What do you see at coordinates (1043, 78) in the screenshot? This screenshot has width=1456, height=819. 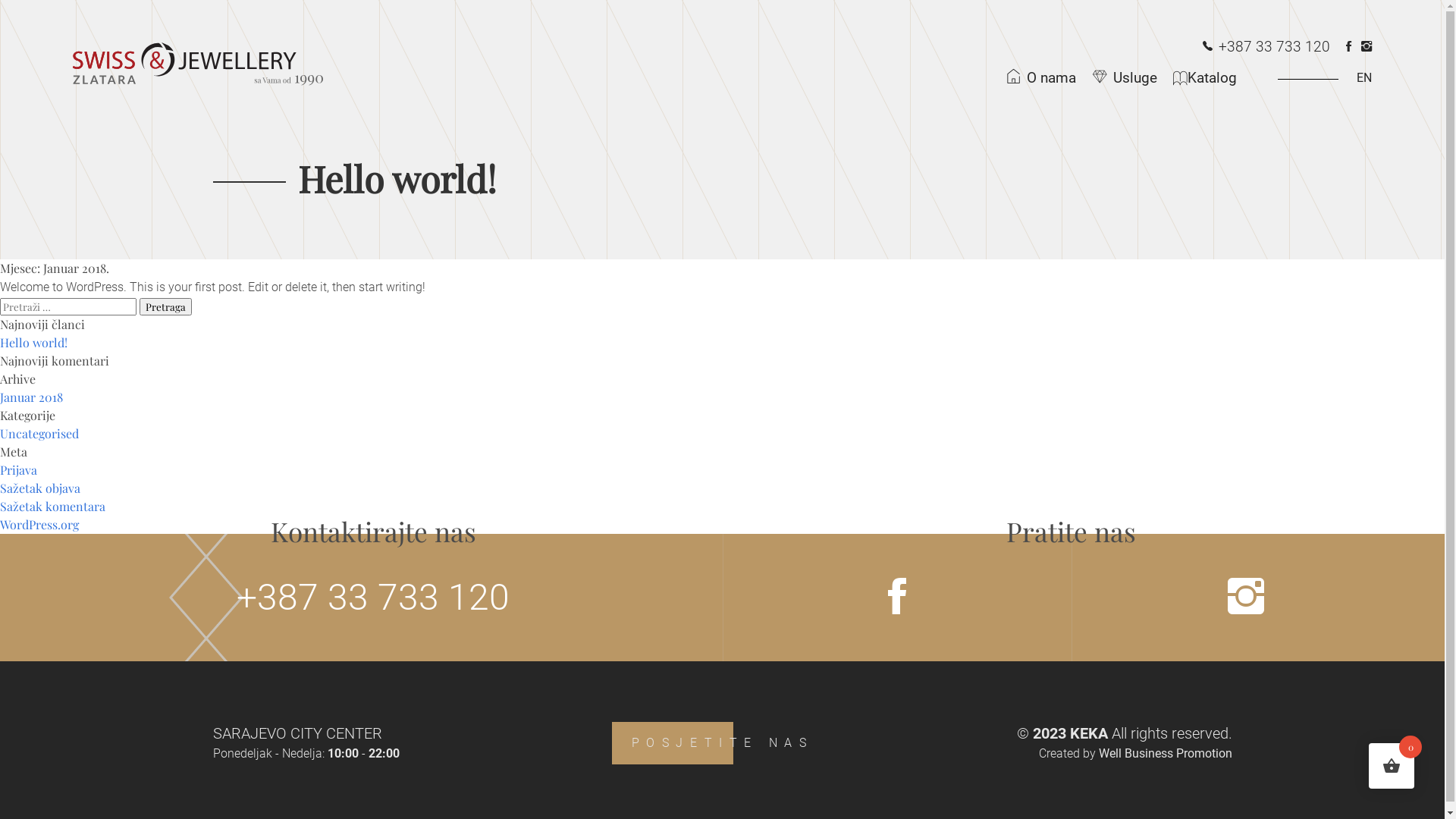 I see `'O nama'` at bounding box center [1043, 78].